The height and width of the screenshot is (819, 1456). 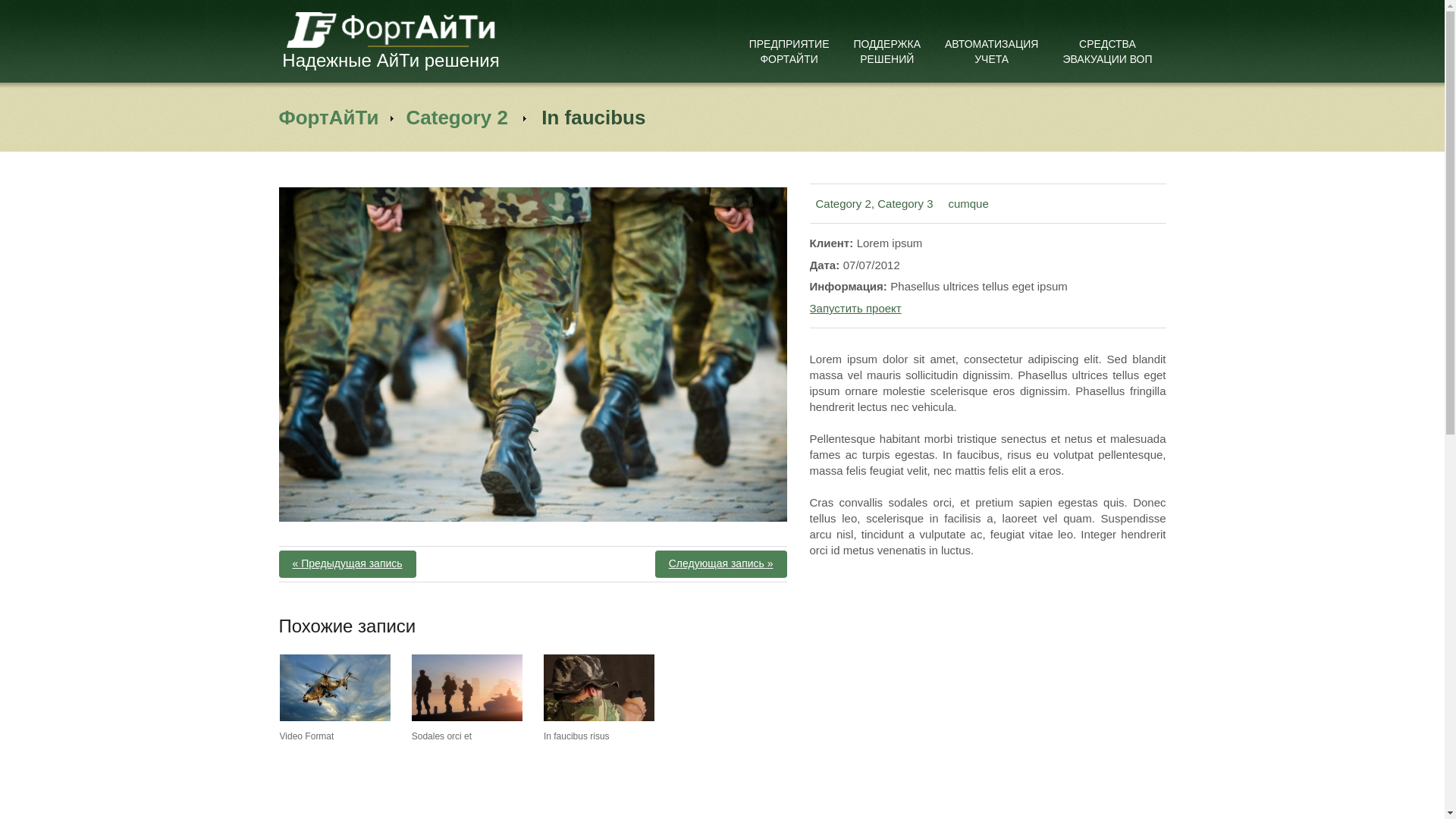 I want to click on 'In faucibus risus', so click(x=598, y=687).